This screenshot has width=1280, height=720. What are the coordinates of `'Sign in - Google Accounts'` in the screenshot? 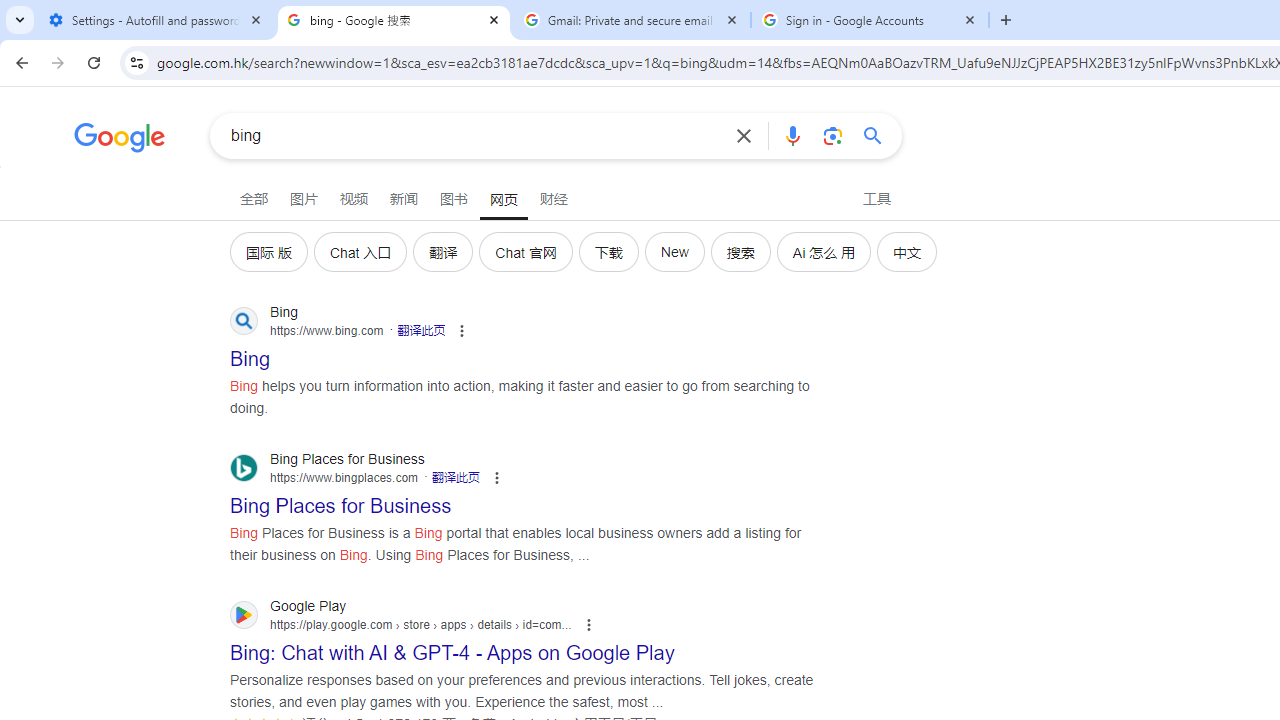 It's located at (870, 20).